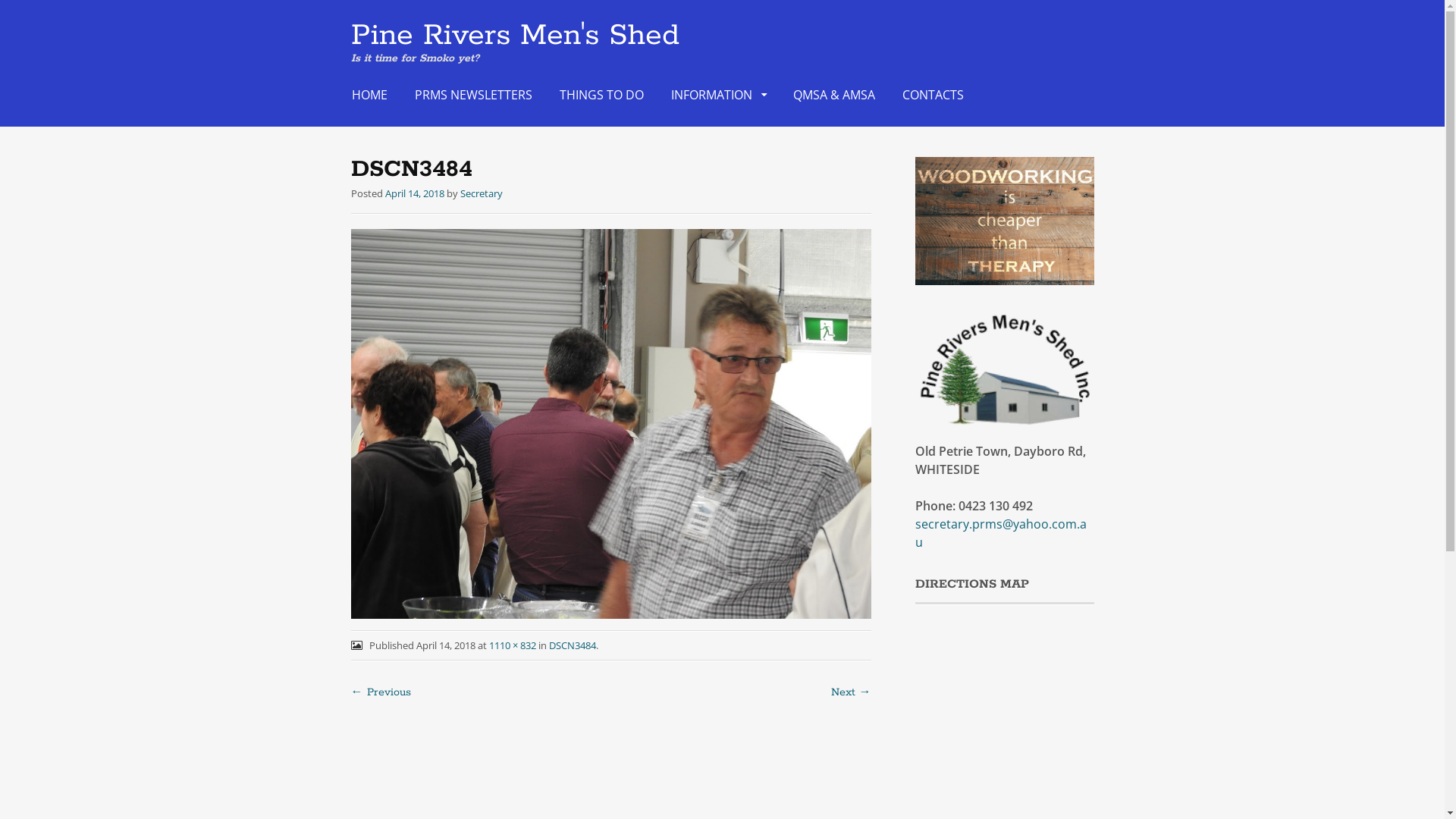 The image size is (1456, 819). What do you see at coordinates (341, 94) in the screenshot?
I see `'HOME'` at bounding box center [341, 94].